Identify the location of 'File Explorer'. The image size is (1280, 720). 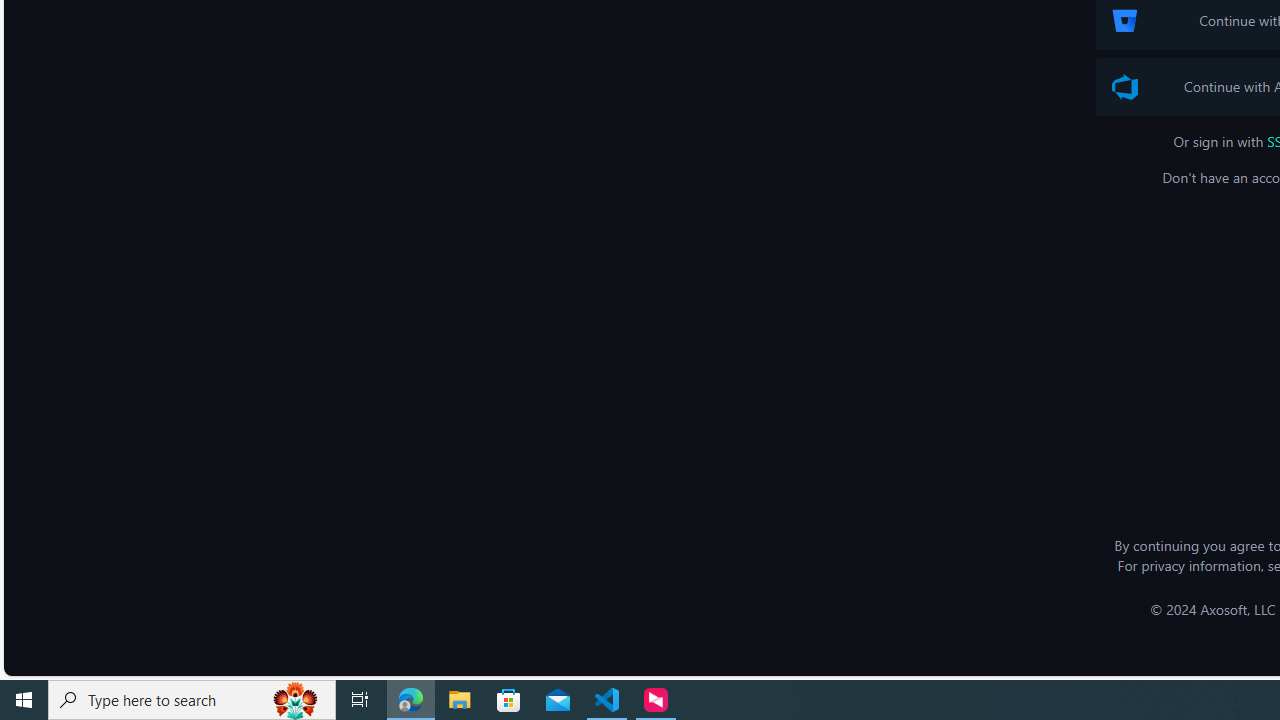
(459, 698).